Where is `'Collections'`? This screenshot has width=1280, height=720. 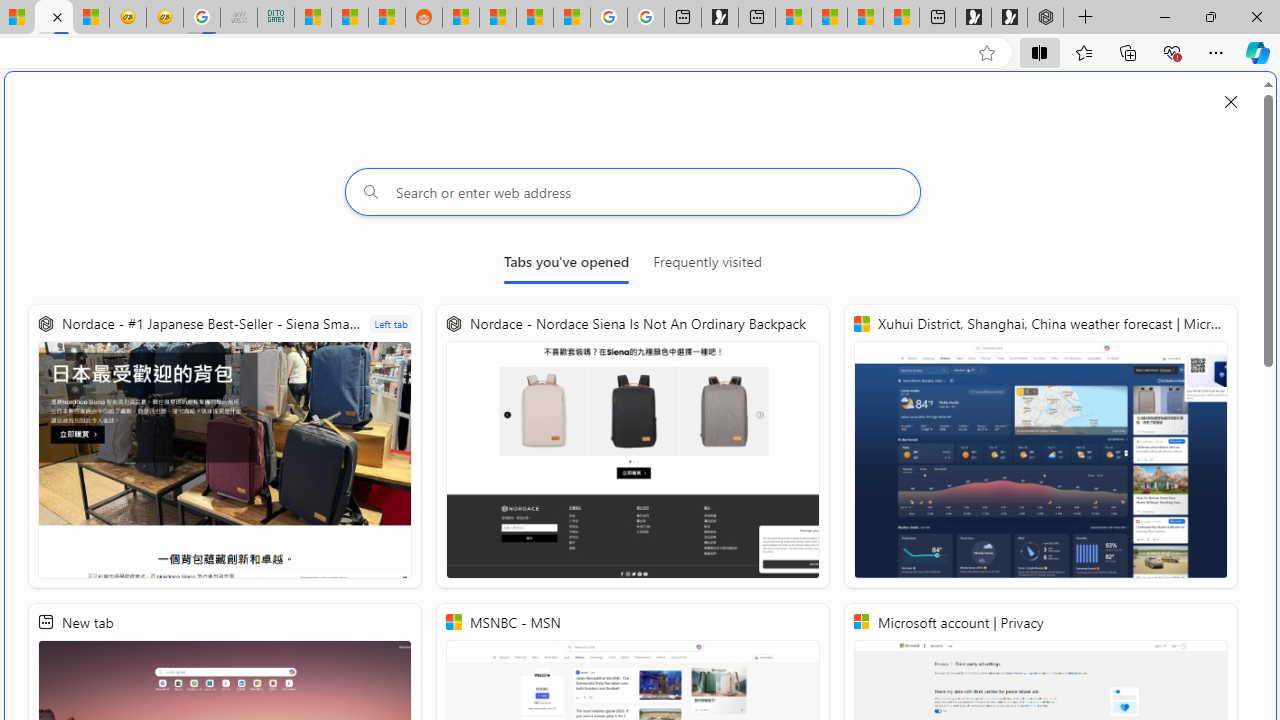 'Collections' is located at coordinates (1128, 51).